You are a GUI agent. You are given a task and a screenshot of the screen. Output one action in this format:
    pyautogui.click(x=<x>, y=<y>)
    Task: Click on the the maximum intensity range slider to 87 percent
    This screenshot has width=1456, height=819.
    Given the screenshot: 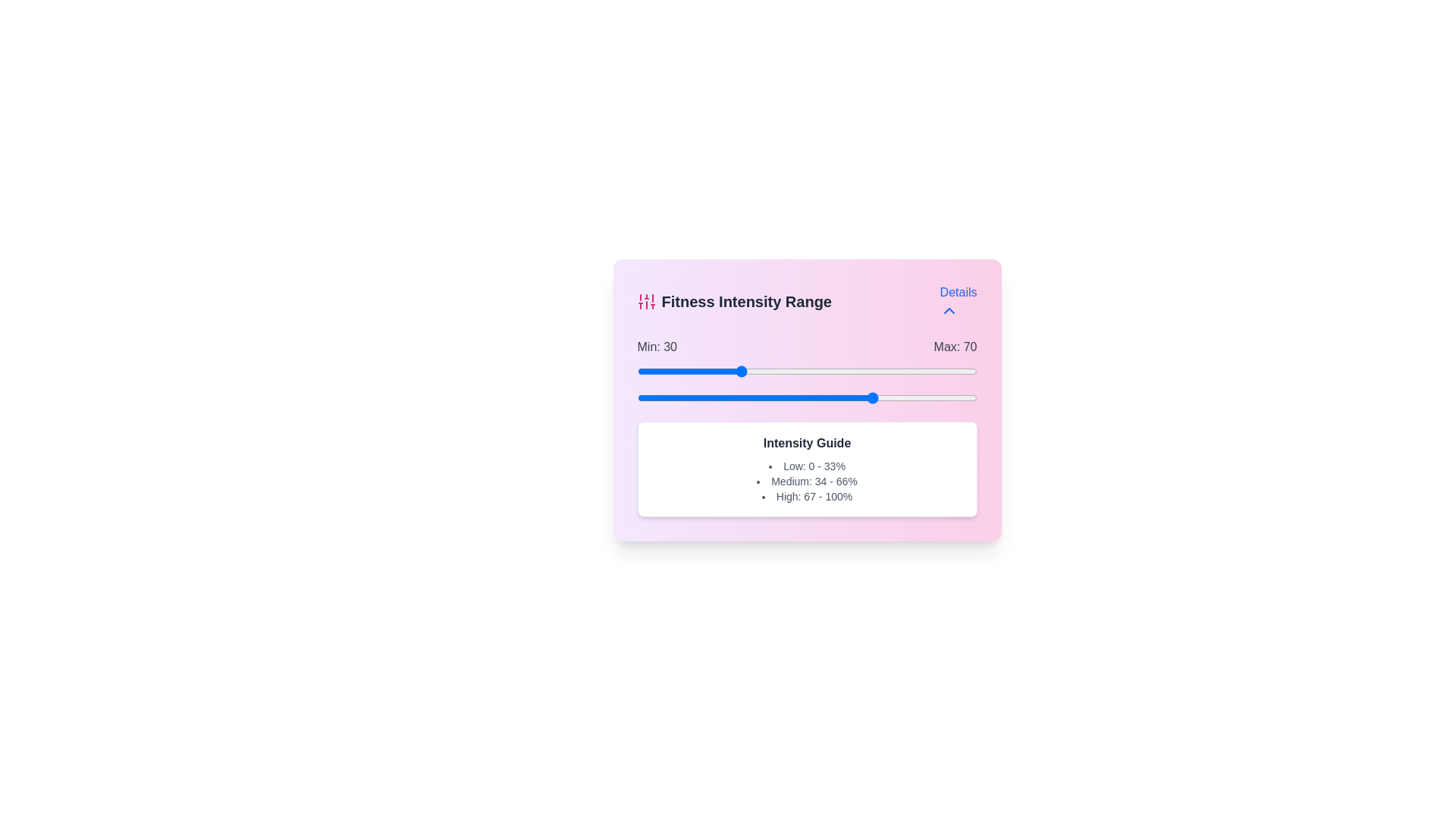 What is the action you would take?
    pyautogui.click(x=932, y=397)
    